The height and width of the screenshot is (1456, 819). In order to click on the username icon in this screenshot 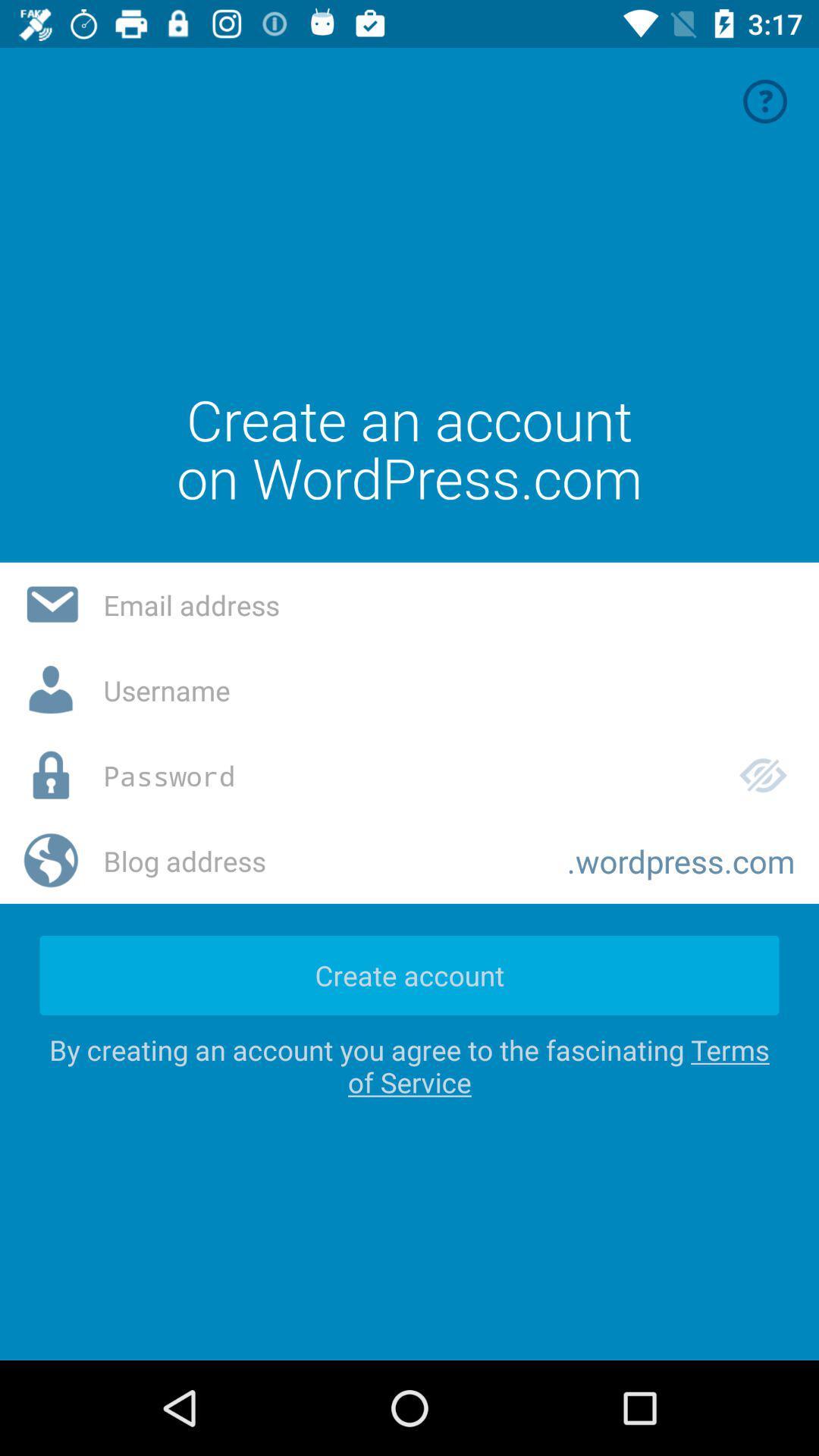, I will do `click(51, 690)`.